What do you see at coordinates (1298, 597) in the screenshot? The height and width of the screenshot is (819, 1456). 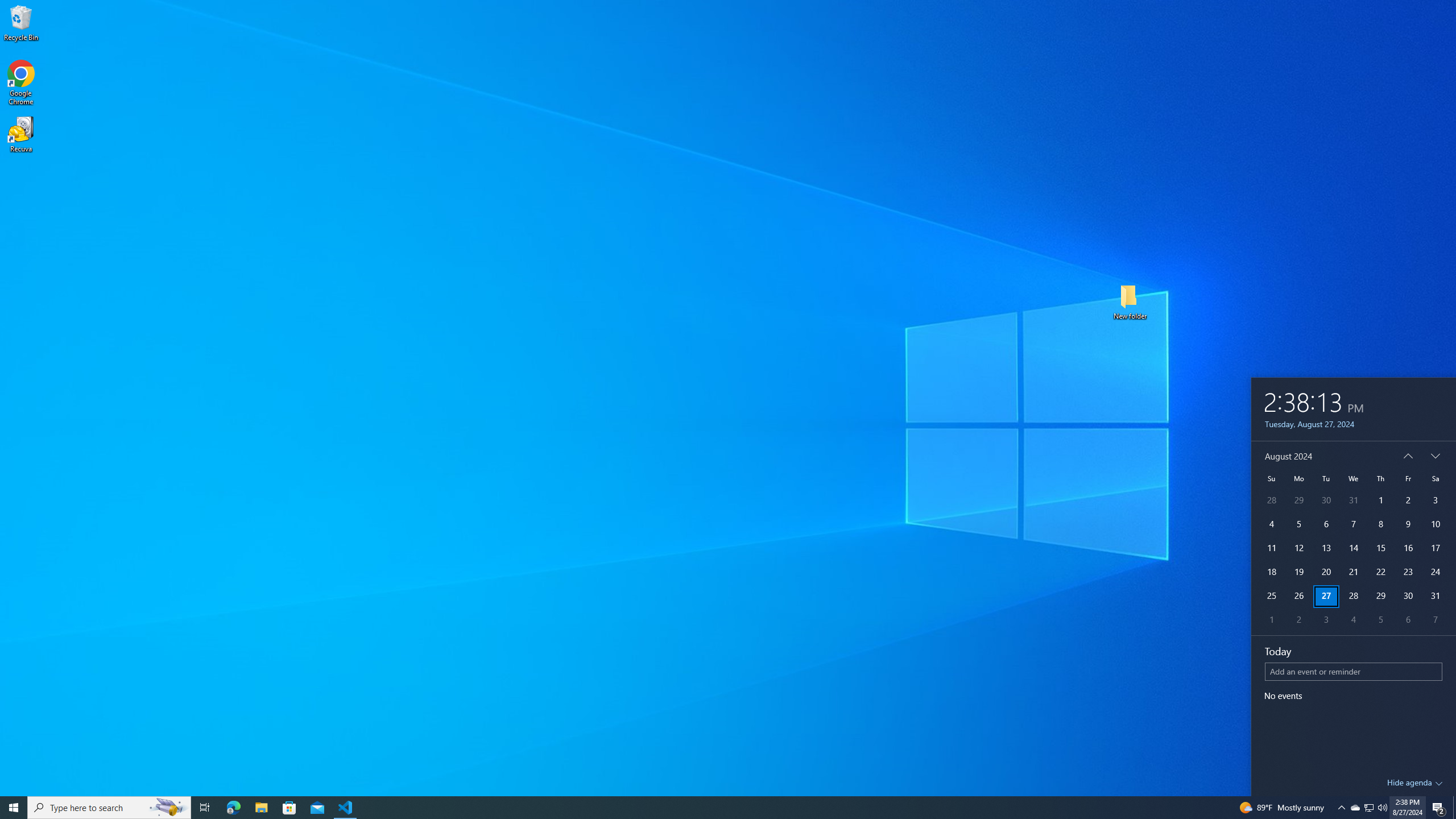 I see `'26'` at bounding box center [1298, 597].